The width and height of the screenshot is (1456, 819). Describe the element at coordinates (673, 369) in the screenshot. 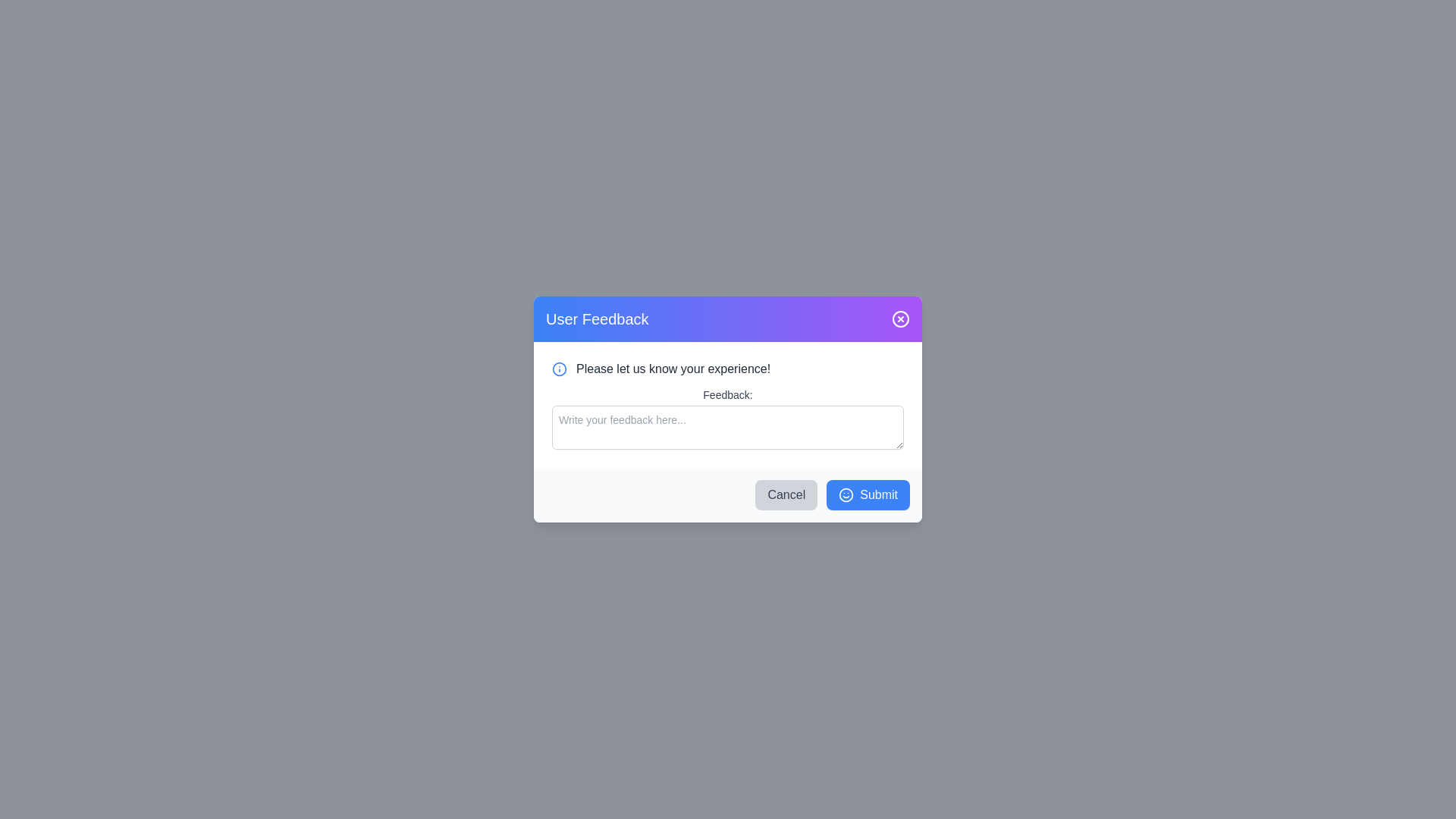

I see `the informative text label located above the 'Feedback:' label in the user feedback form` at that location.